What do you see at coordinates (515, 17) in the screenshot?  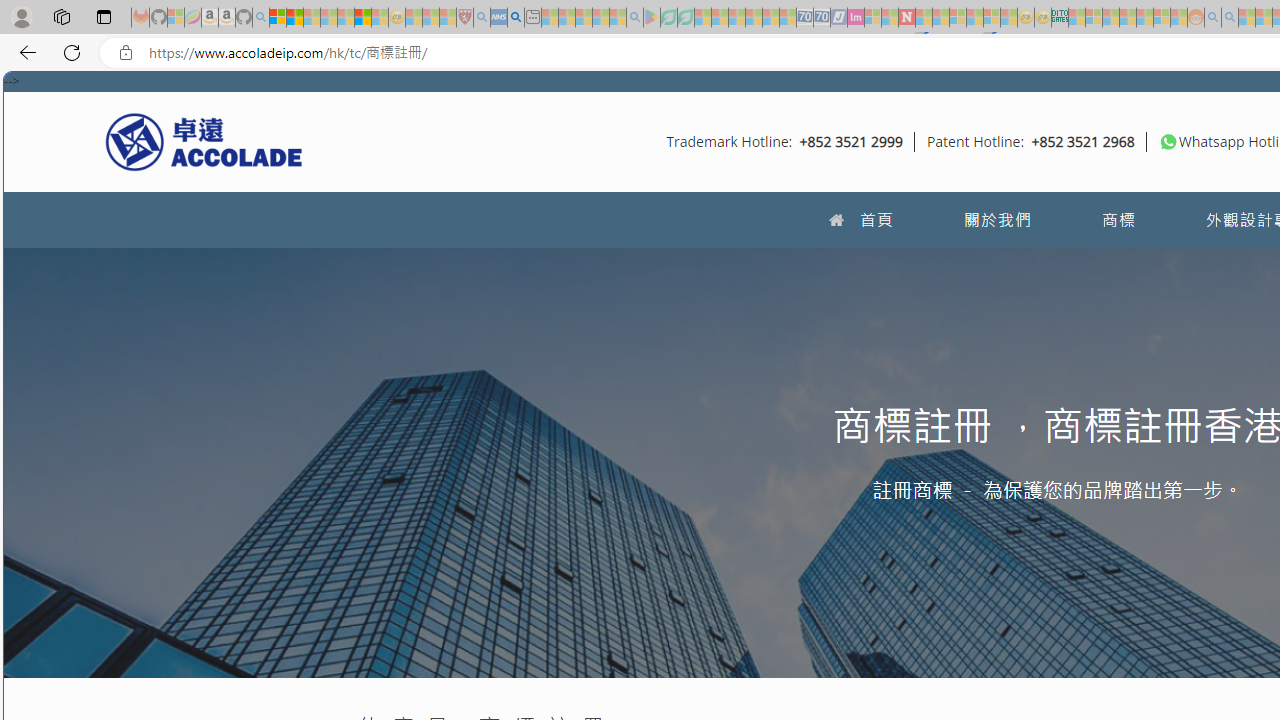 I see `'utah sues federal government - Search'` at bounding box center [515, 17].